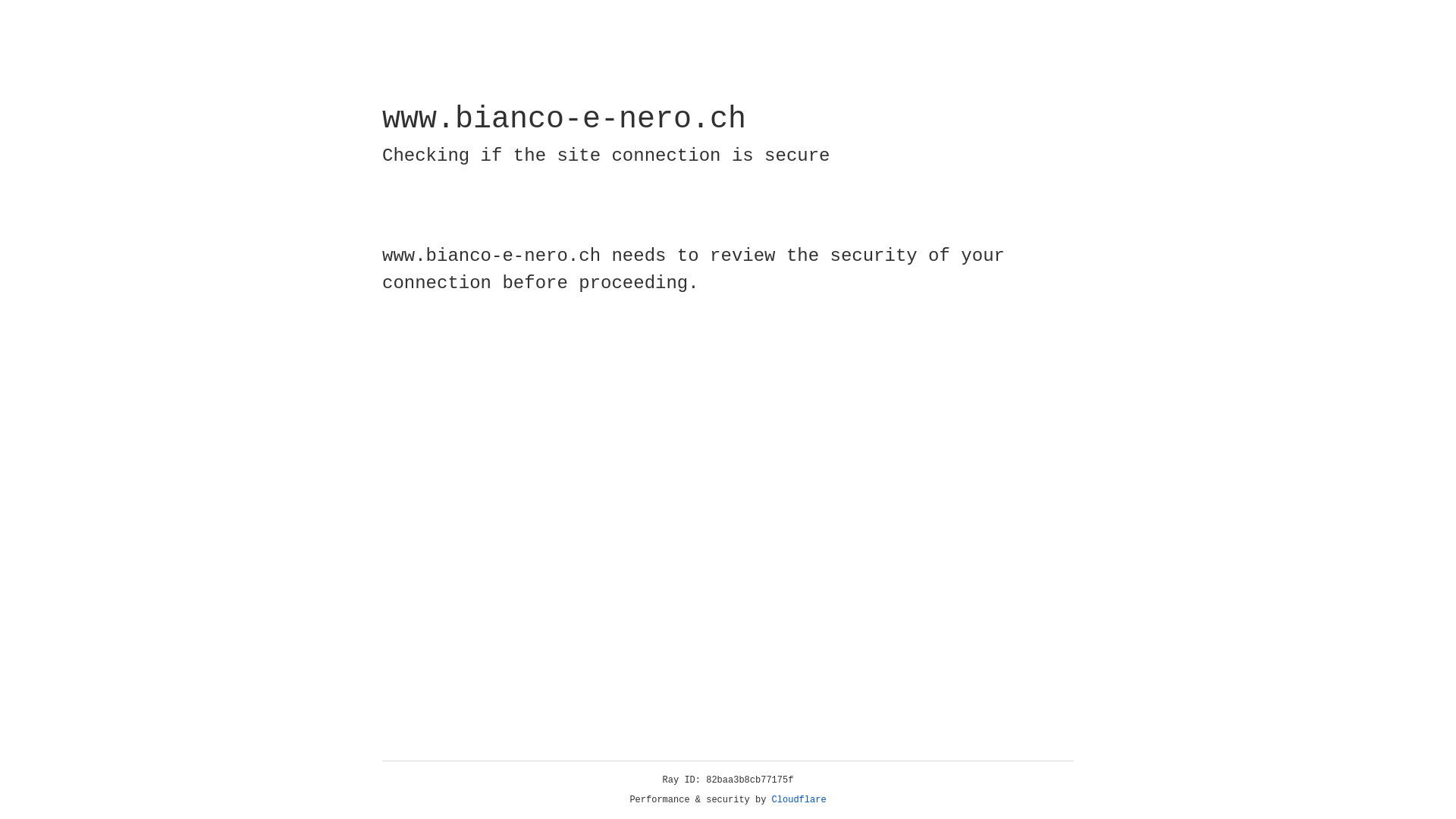  I want to click on 'Cloudflare', so click(799, 799).